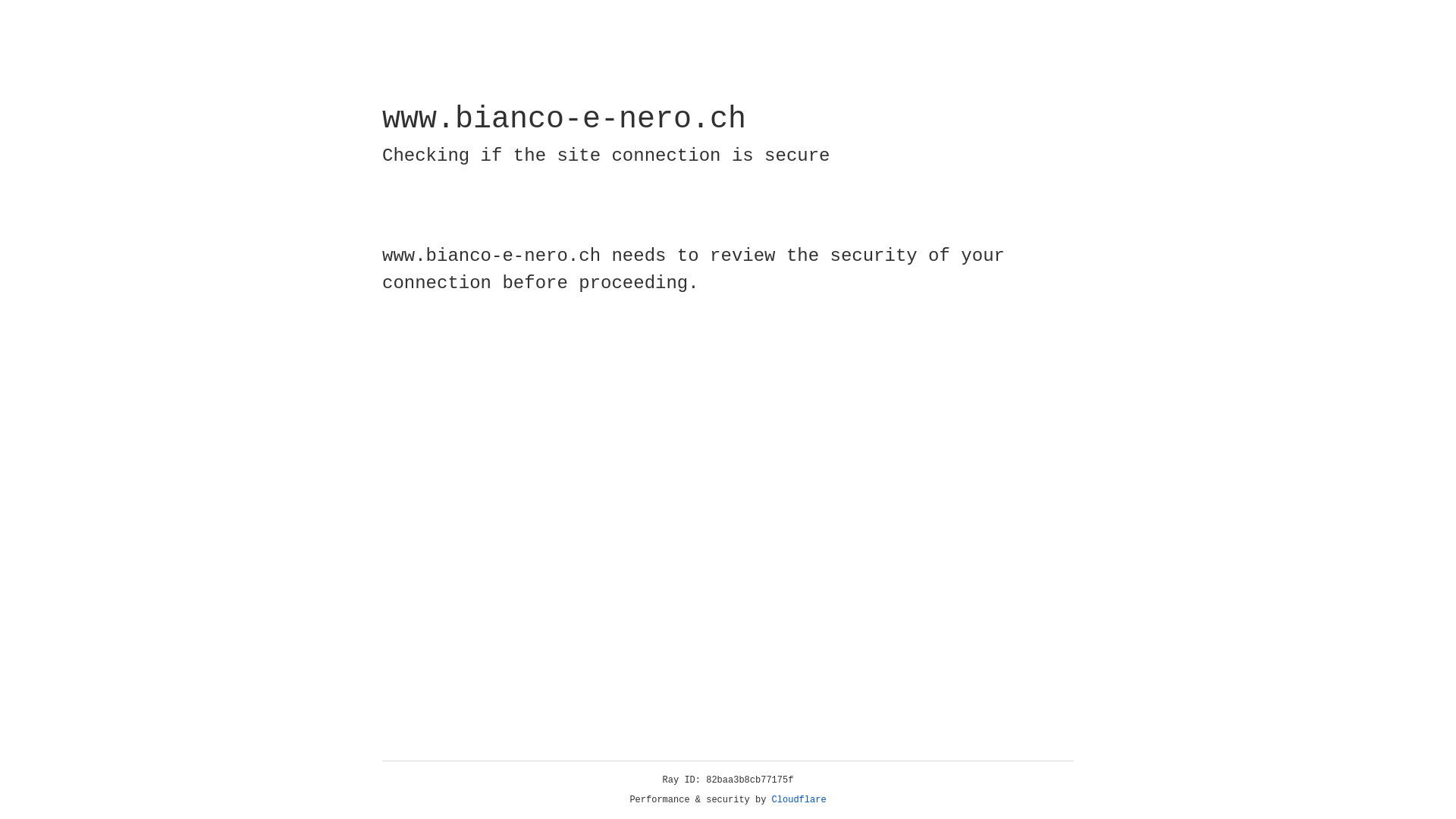  I want to click on 'Cloudflare', so click(799, 799).